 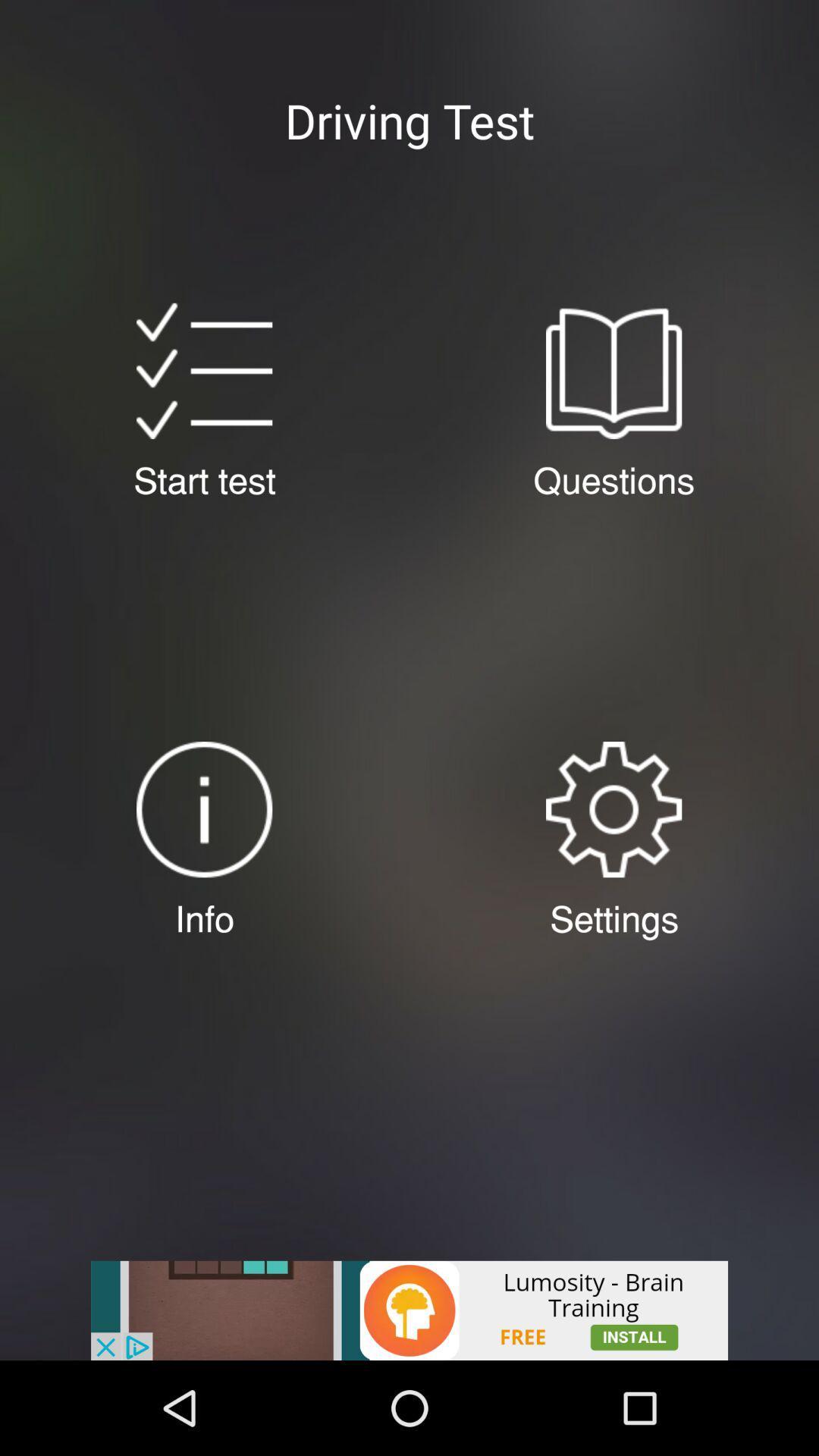 What do you see at coordinates (613, 808) in the screenshot?
I see `settings option` at bounding box center [613, 808].